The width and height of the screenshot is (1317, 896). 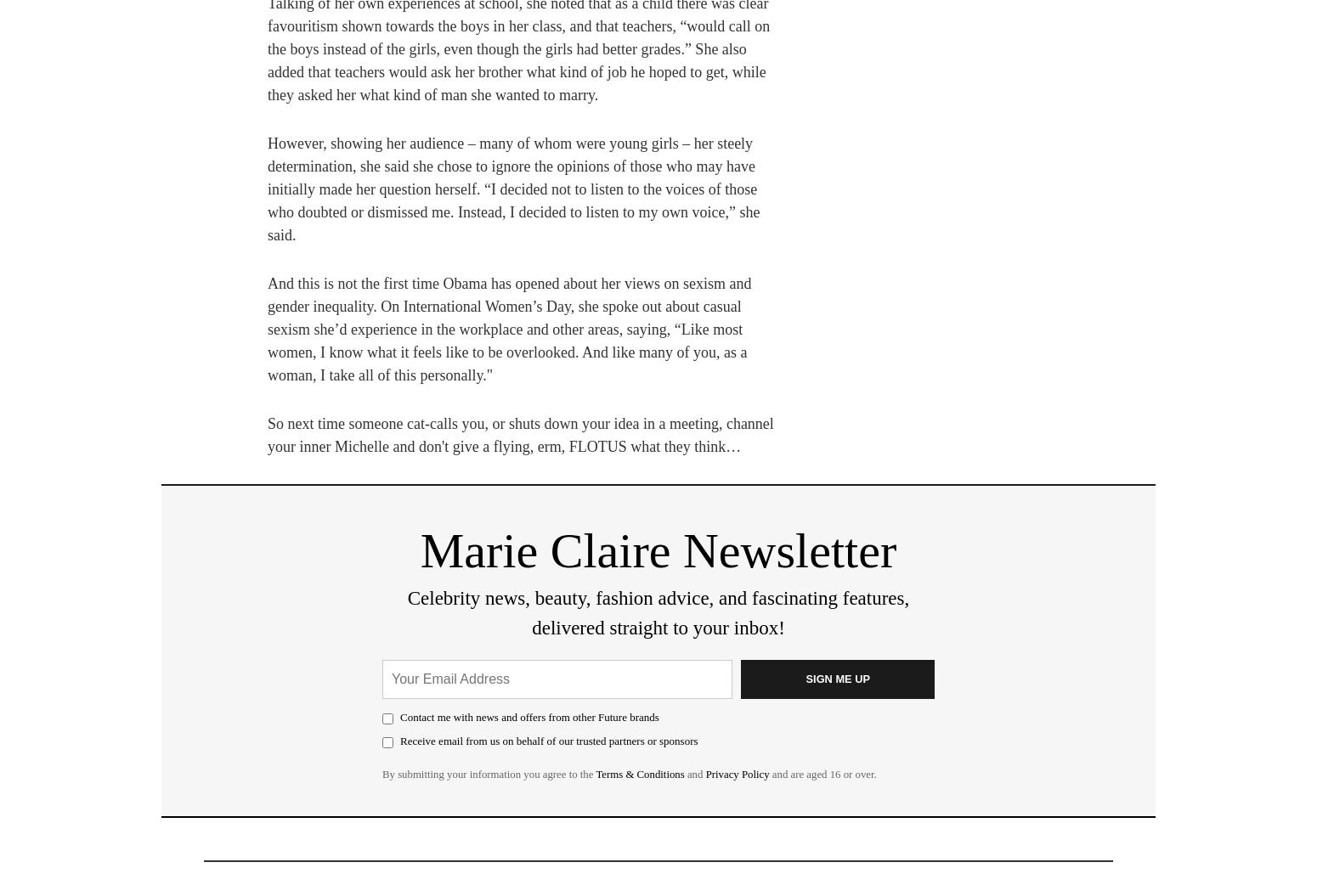 What do you see at coordinates (520, 435) in the screenshot?
I see `'So next time someone cat-calls you, or shuts down your idea in a meeting, channel your inner Michelle and don't give a flying, erm, FLOTUS what they think…'` at bounding box center [520, 435].